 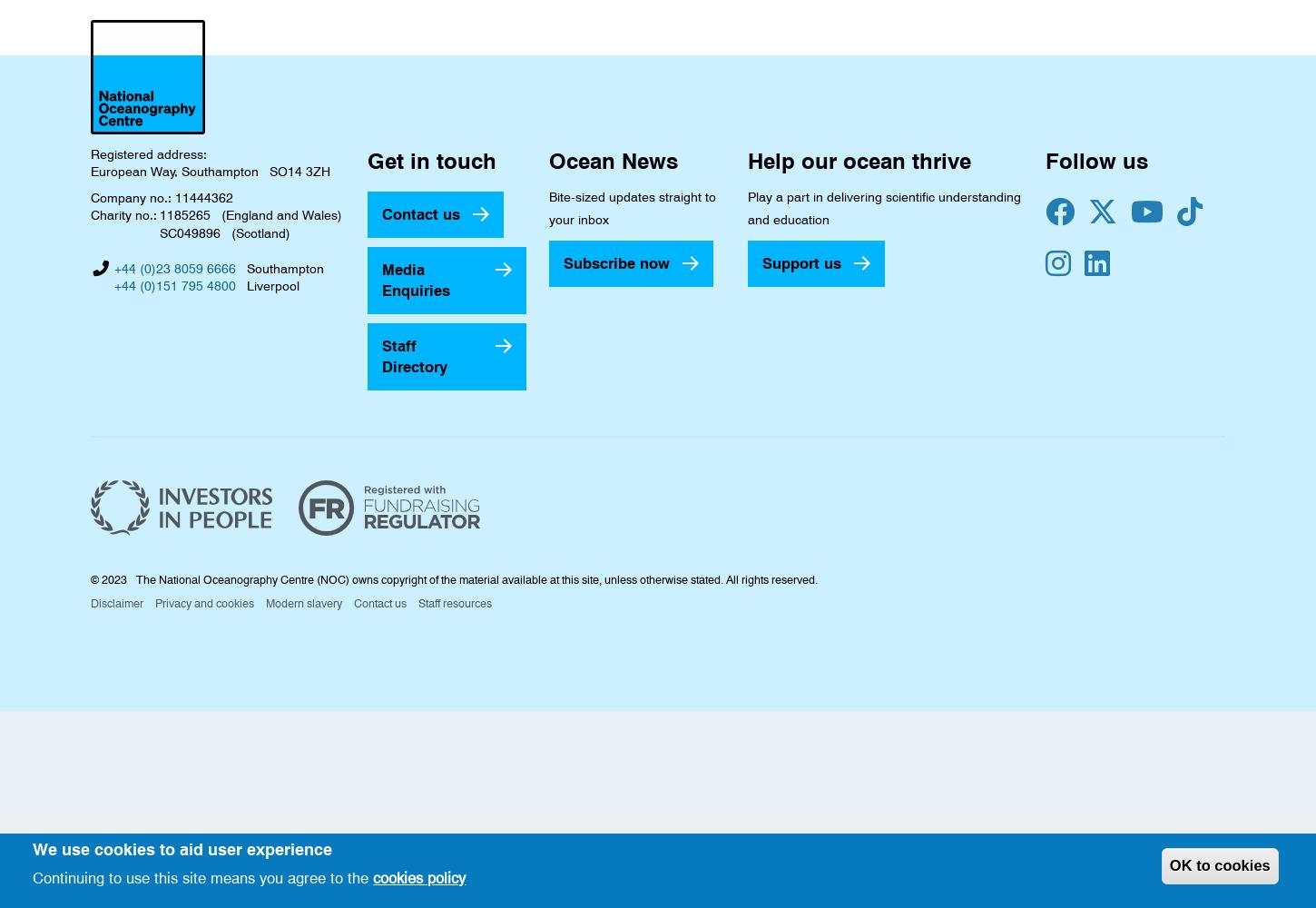 What do you see at coordinates (884, 207) in the screenshot?
I see `'Play a part in delivering scientific understanding and education'` at bounding box center [884, 207].